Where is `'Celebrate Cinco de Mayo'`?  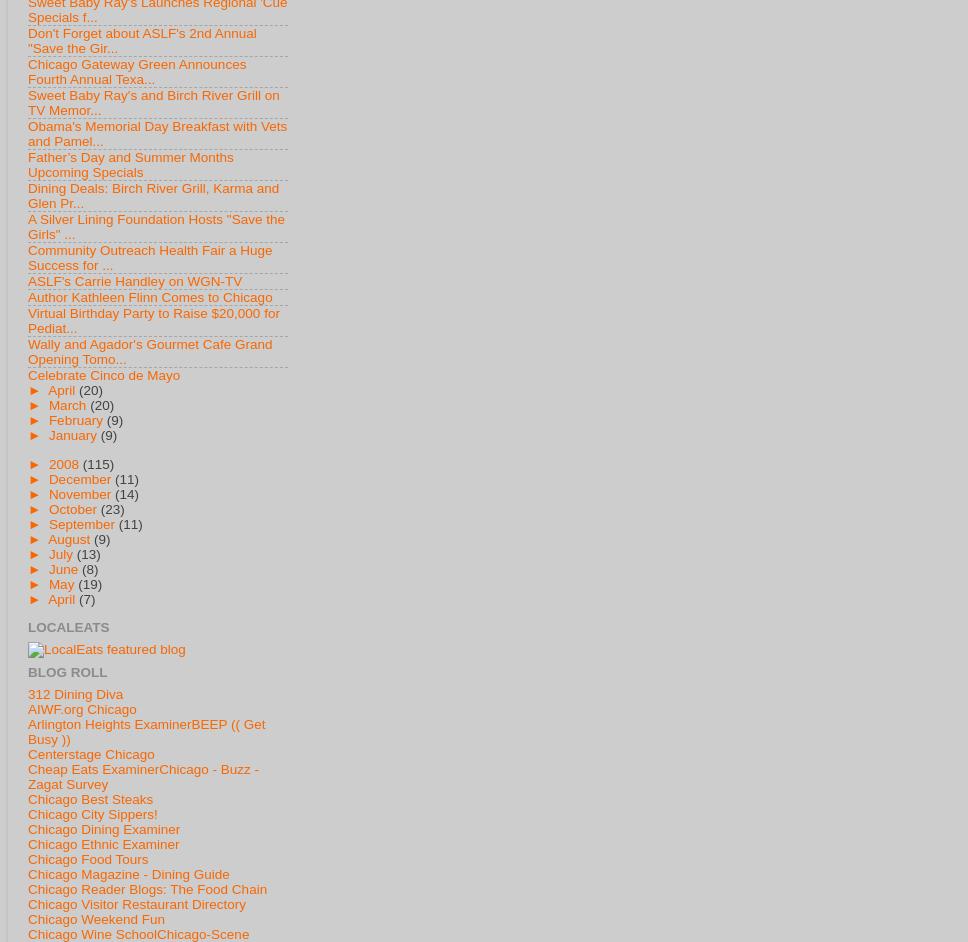
'Celebrate Cinco de Mayo' is located at coordinates (103, 374).